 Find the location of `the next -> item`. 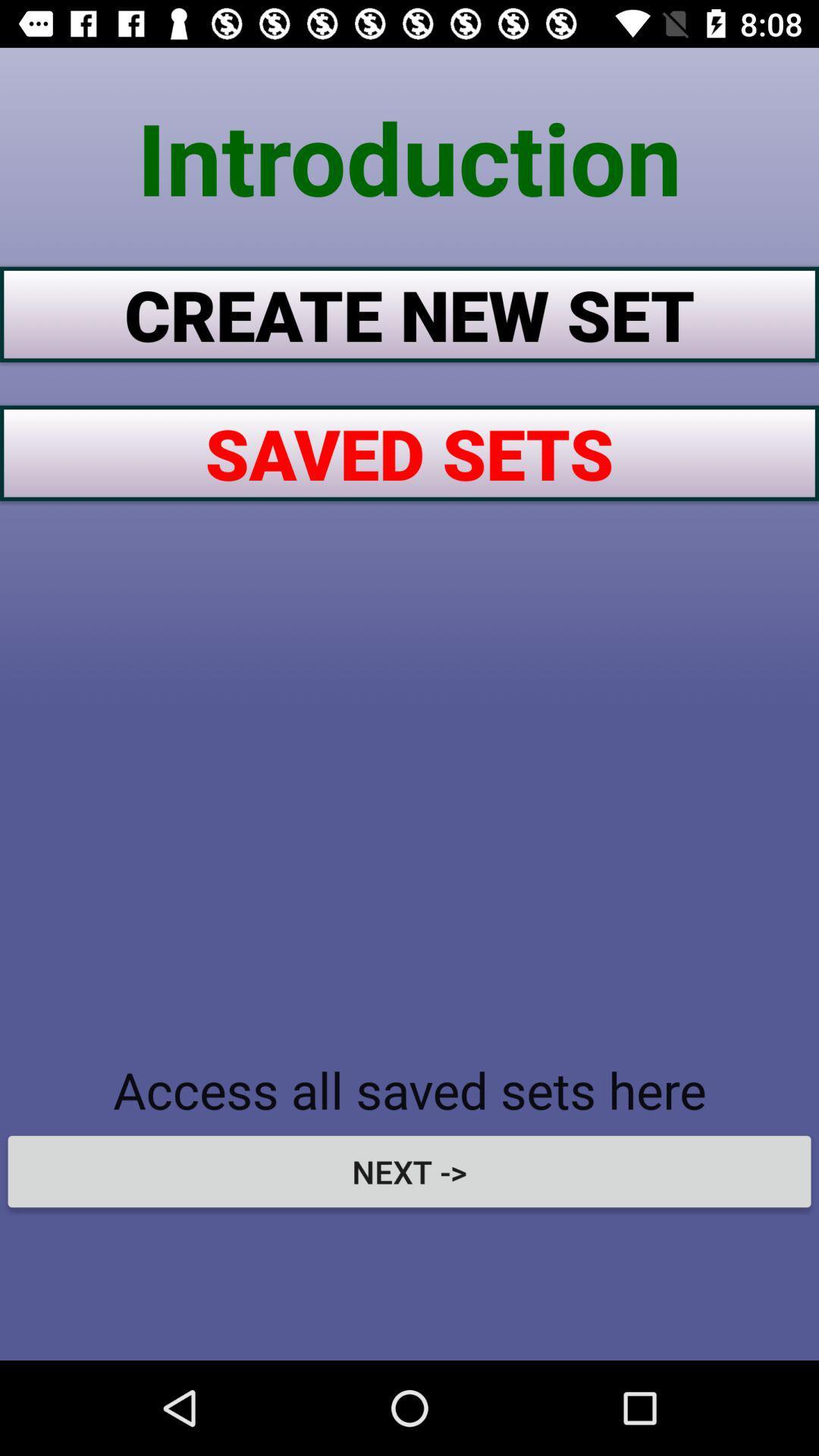

the next -> item is located at coordinates (409, 1171).